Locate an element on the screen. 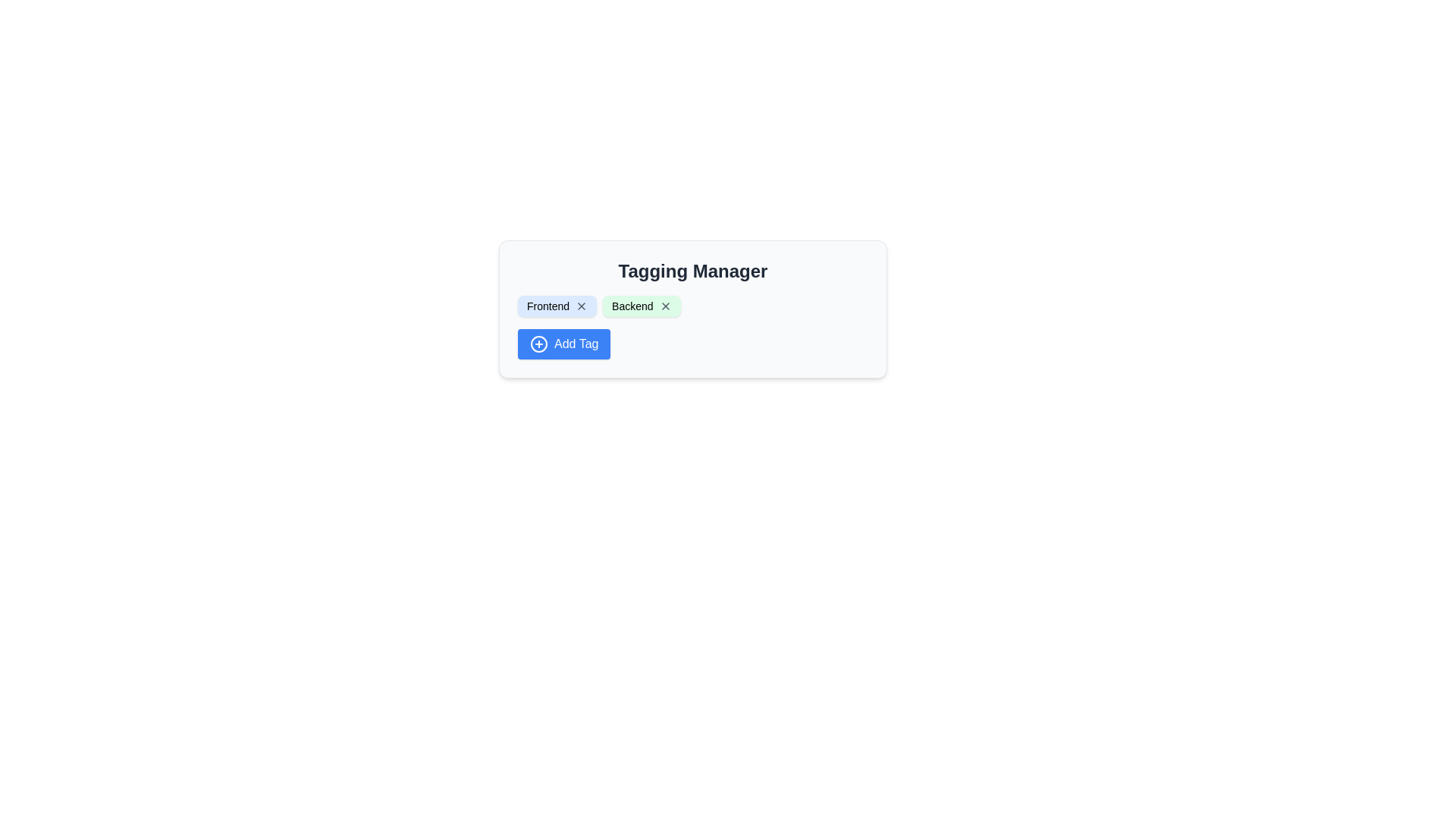  the blue stroke circular SVG element that is part of the 'Add Tag' icon, located near the bottom-left of the labeled blue button is located at coordinates (538, 344).